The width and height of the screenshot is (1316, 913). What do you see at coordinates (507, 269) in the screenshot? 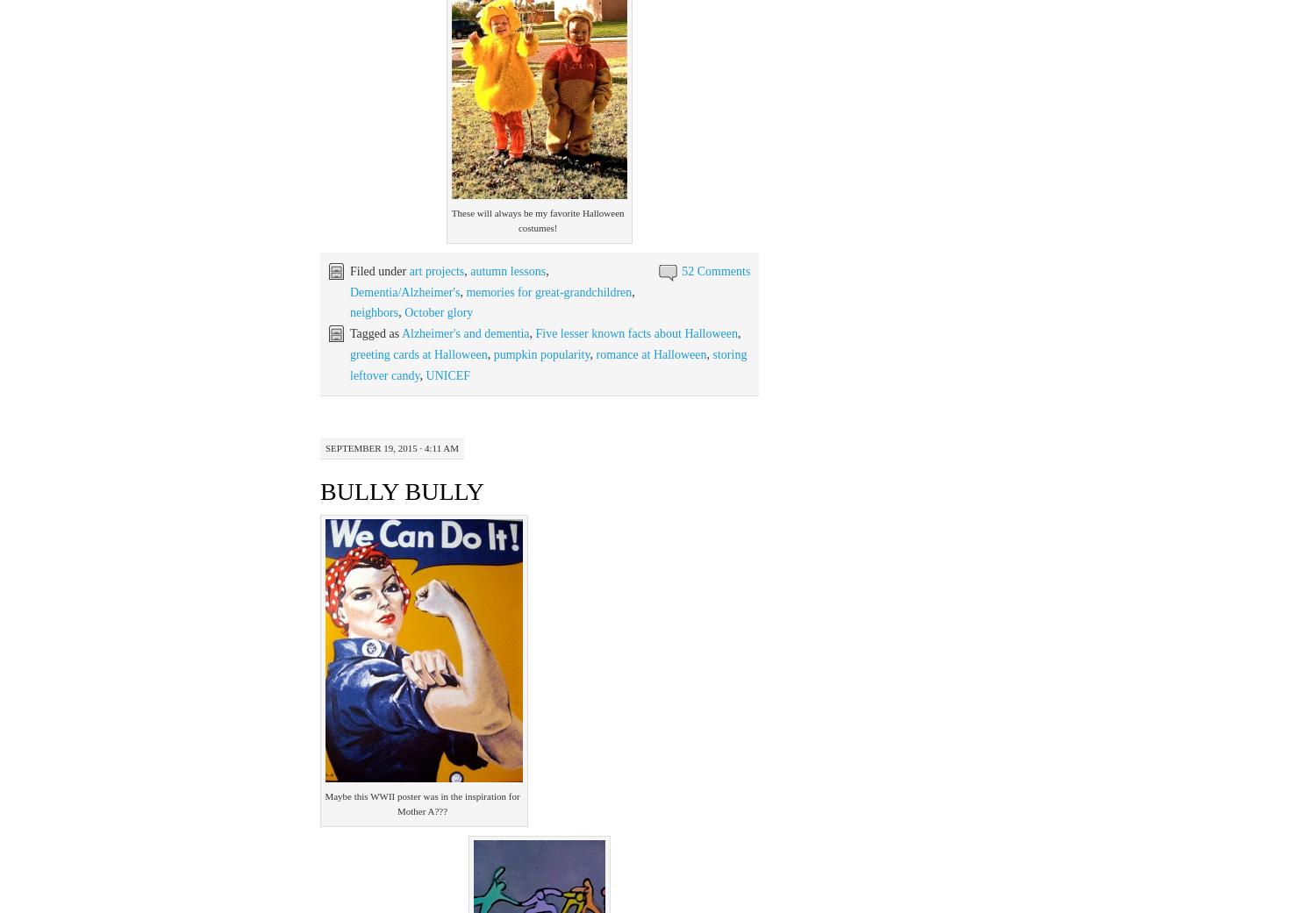
I see `'autumn lessons'` at bounding box center [507, 269].